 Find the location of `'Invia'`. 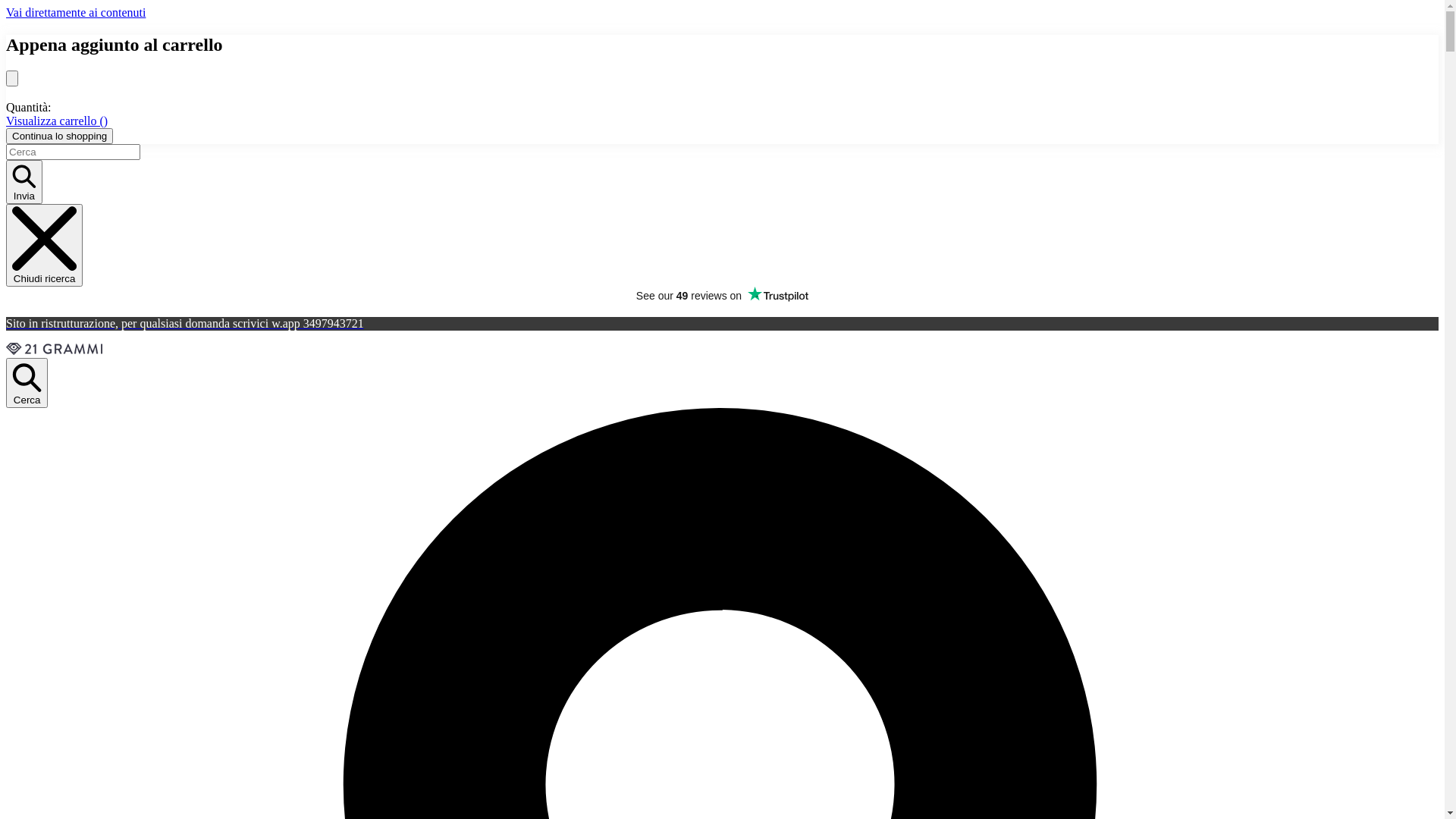

'Invia' is located at coordinates (6, 180).